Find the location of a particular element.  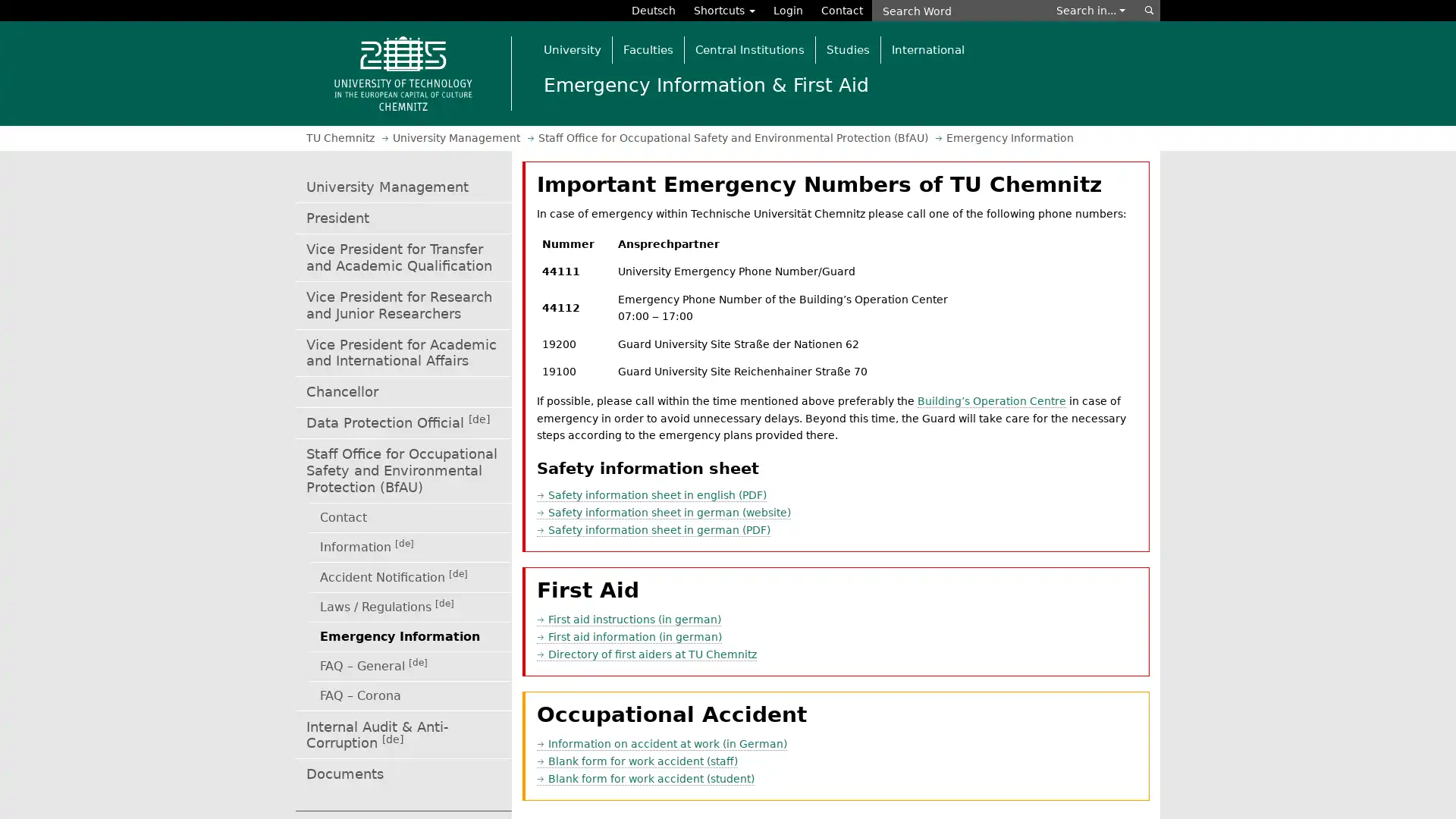

Central Institutions is located at coordinates (749, 49).